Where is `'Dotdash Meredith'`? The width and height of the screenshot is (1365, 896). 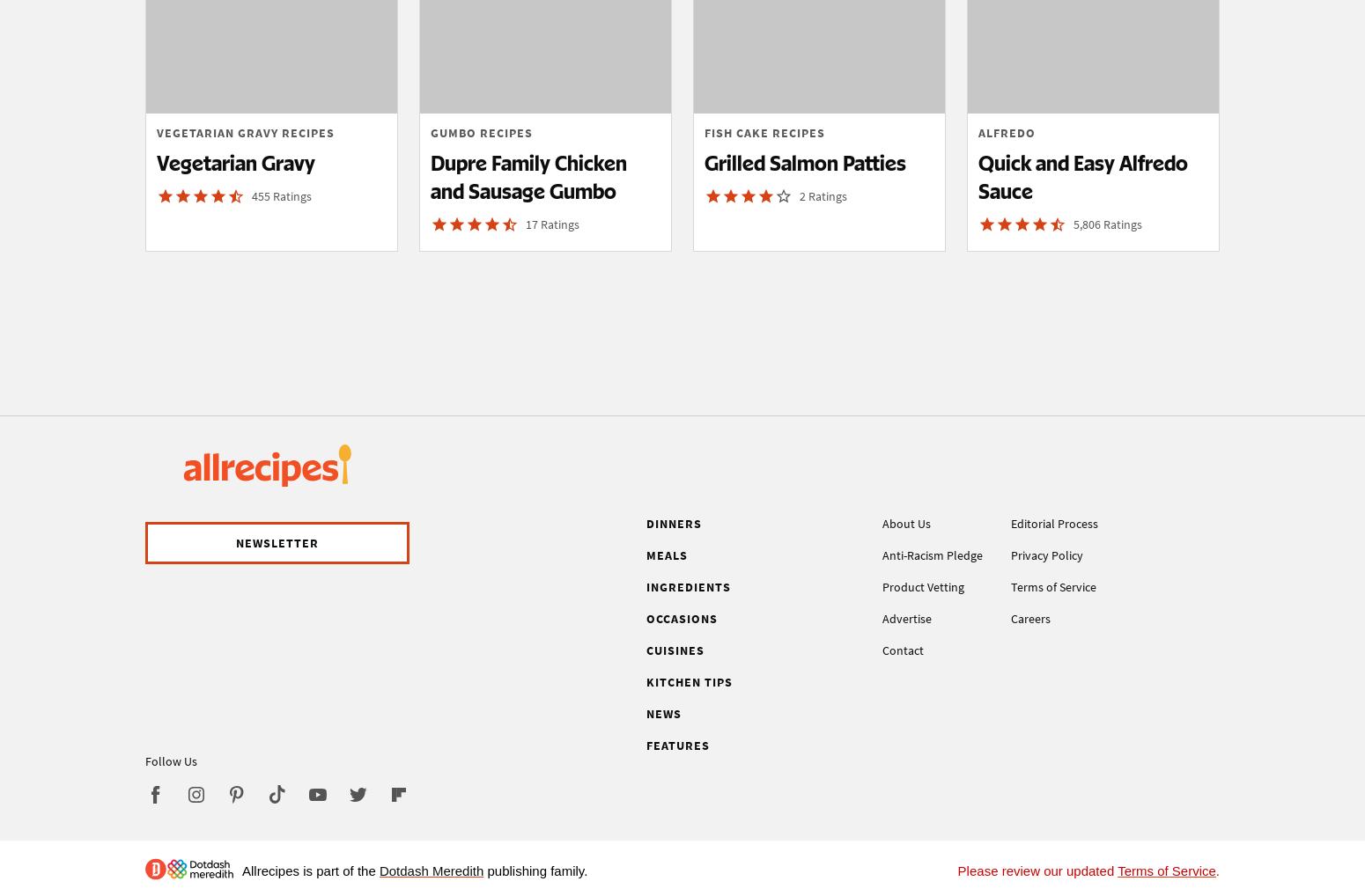 'Dotdash Meredith' is located at coordinates (430, 870).